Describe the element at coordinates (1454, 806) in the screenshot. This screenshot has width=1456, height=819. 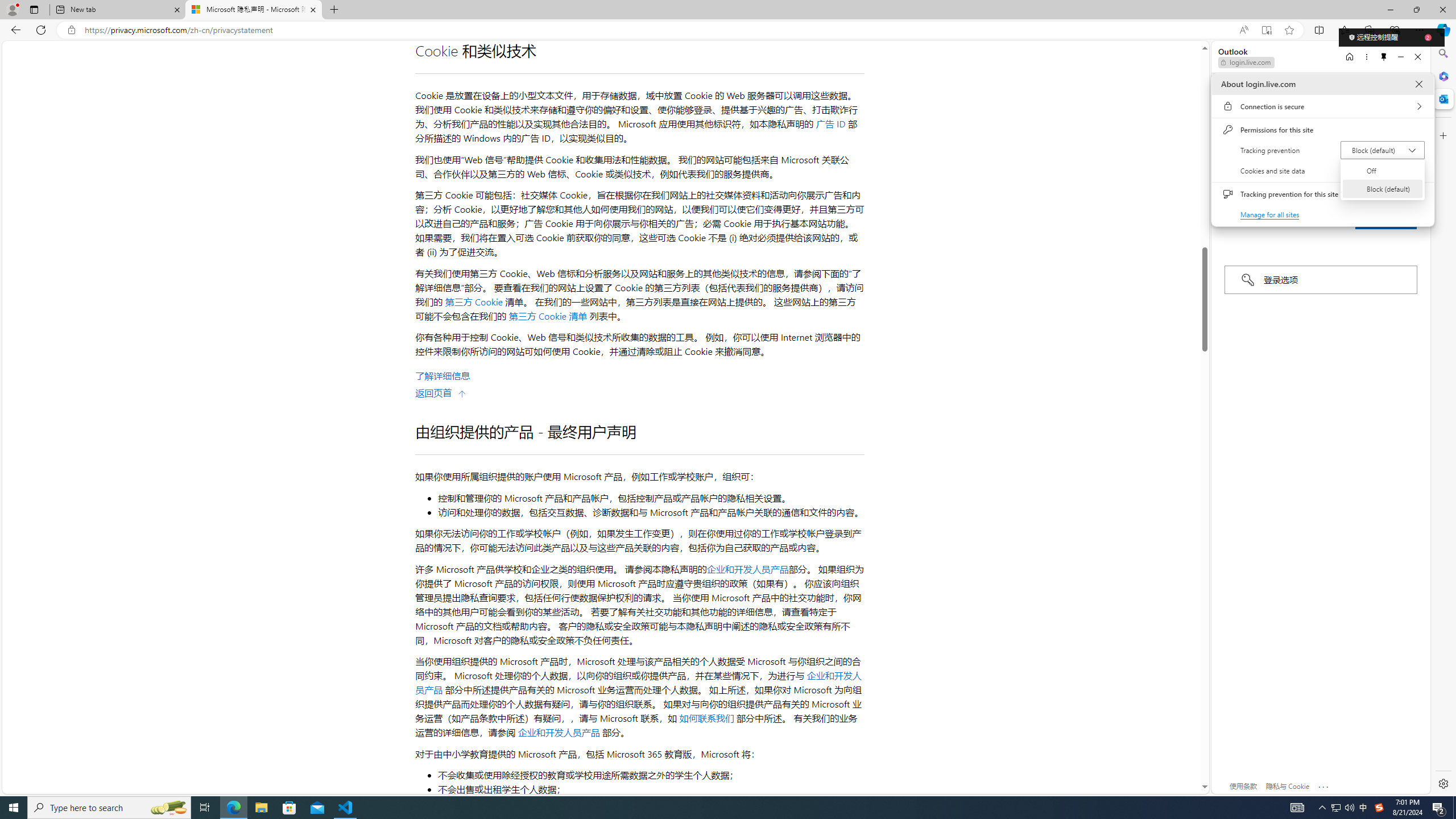
I see `'Show desktop'` at that location.